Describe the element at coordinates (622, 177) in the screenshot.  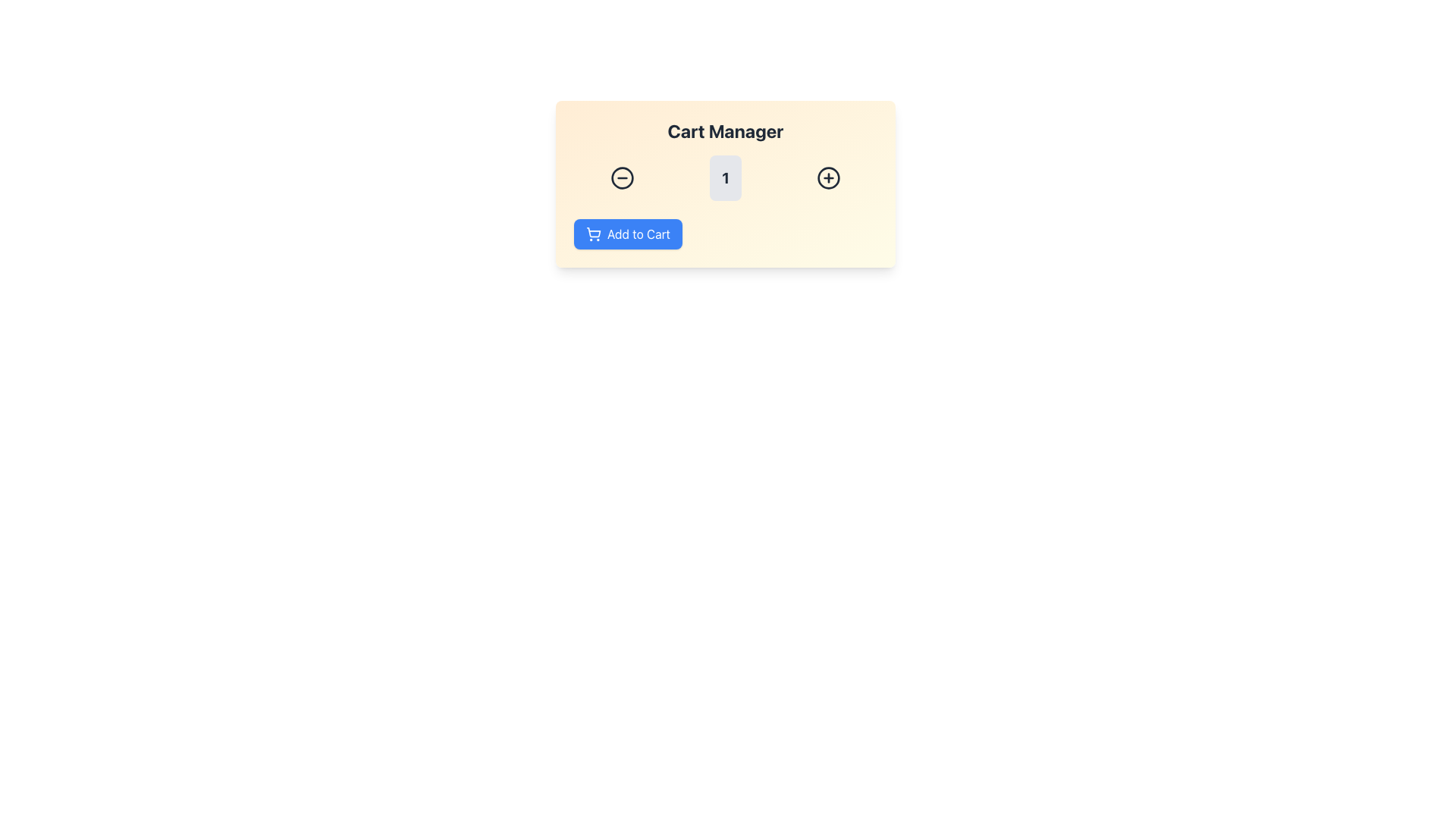
I see `the decrement button located in the top-left quadrant of the 'Cart Manager' interface to trigger a tooltip or highlight effect` at that location.